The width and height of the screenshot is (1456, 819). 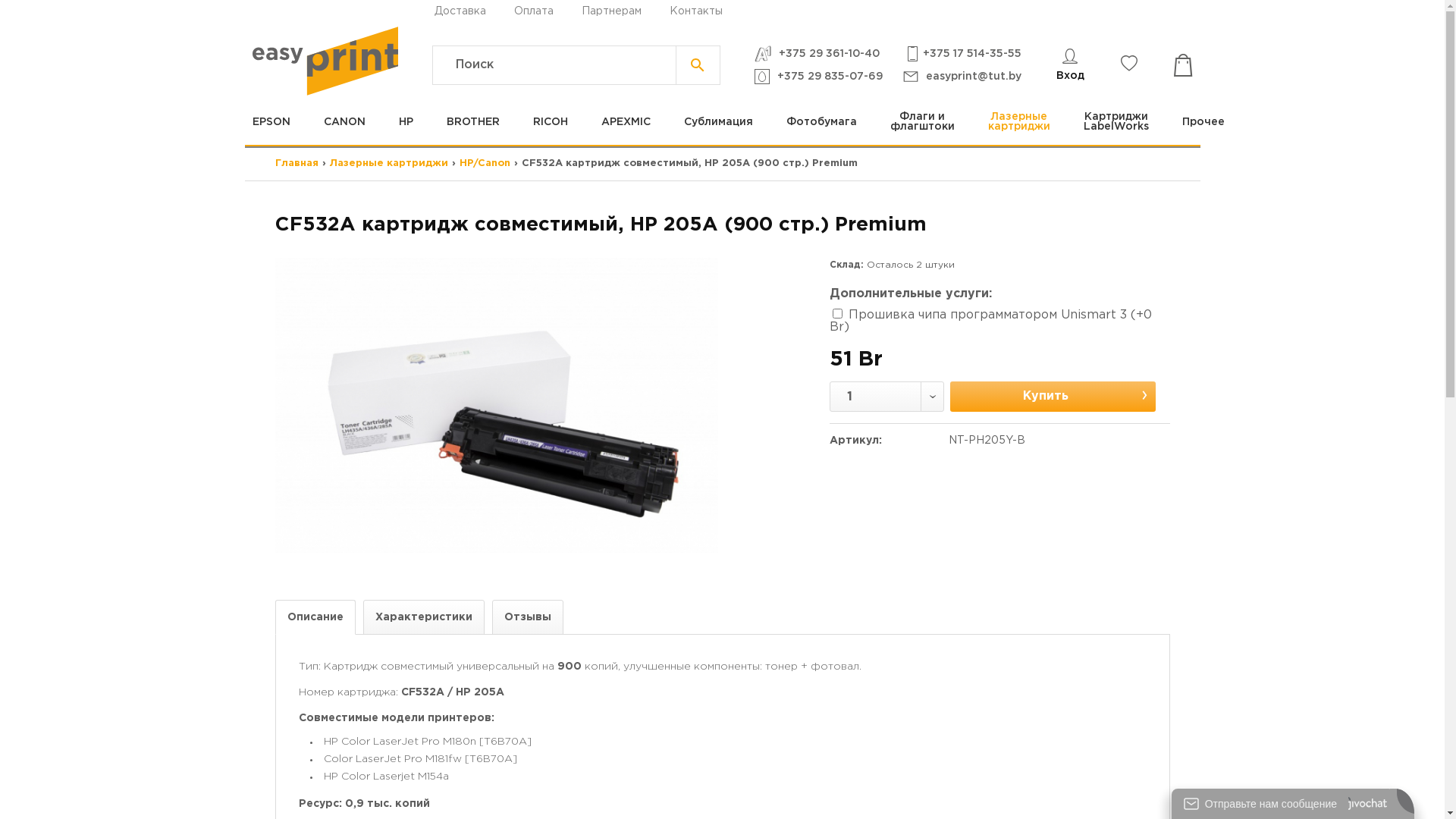 I want to click on 'EPSON', so click(x=279, y=121).